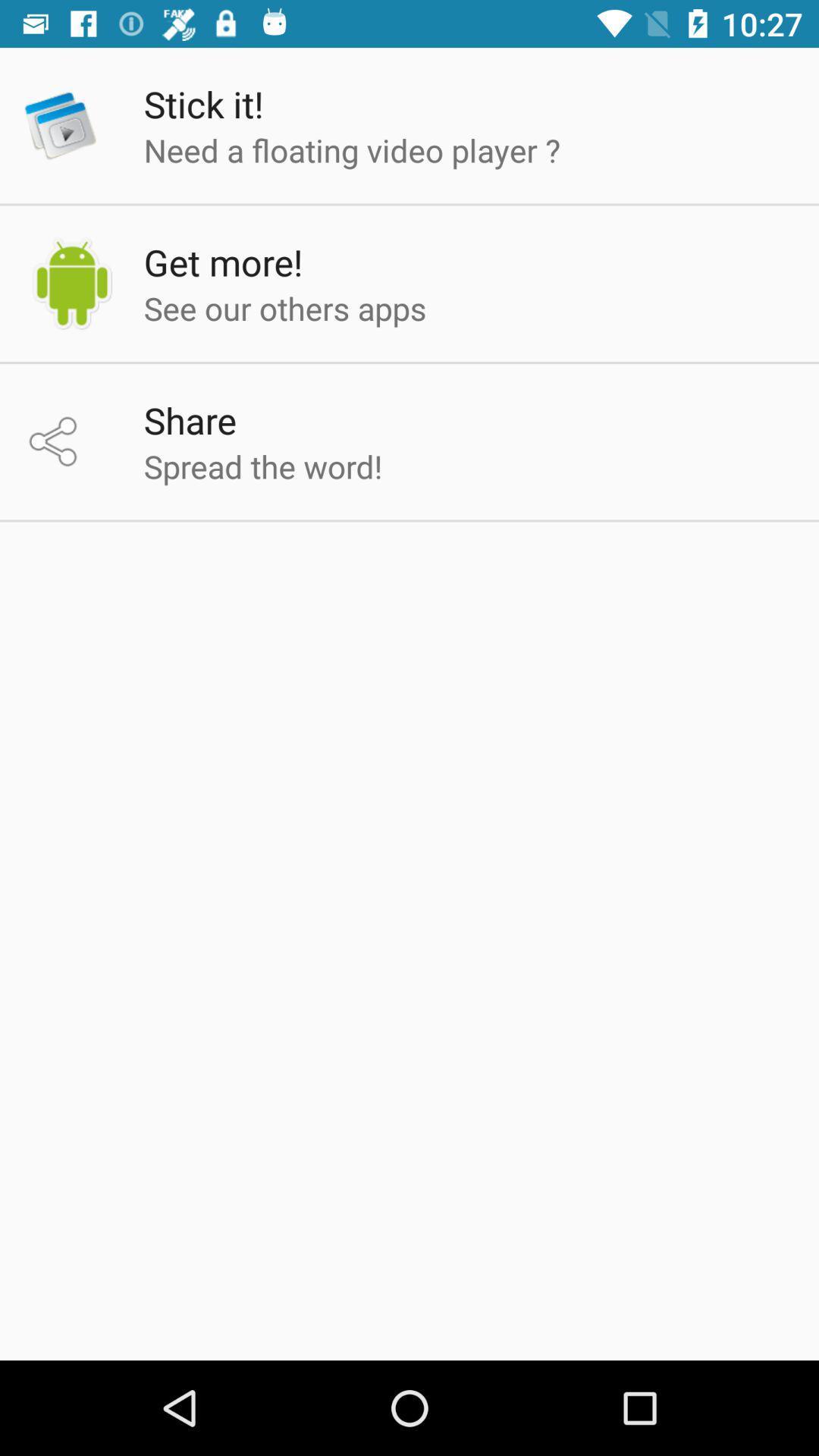 The width and height of the screenshot is (819, 1456). I want to click on the share app, so click(189, 420).